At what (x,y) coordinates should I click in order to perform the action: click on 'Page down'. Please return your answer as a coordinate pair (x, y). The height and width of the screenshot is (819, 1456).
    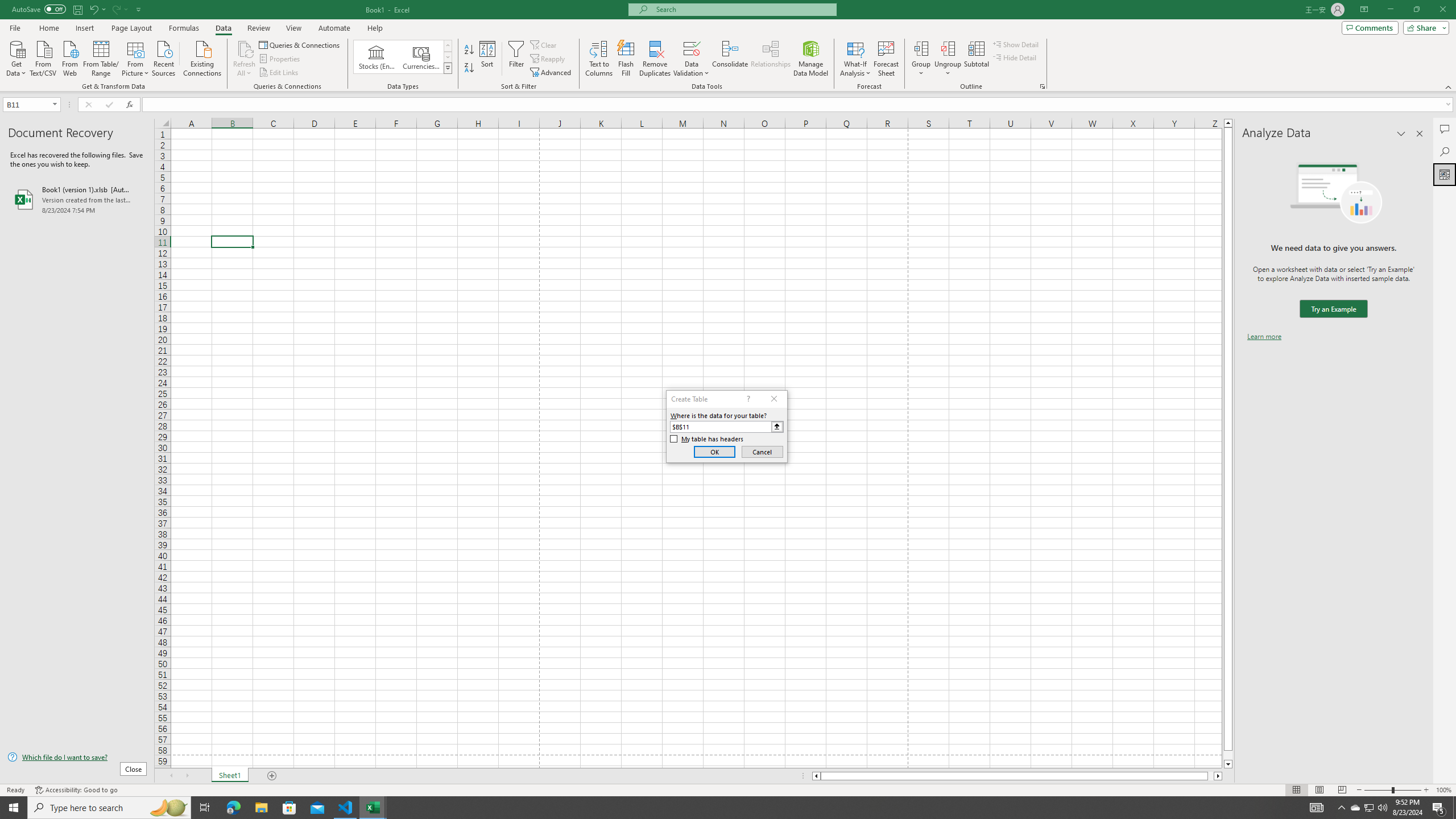
    Looking at the image, I should click on (1228, 755).